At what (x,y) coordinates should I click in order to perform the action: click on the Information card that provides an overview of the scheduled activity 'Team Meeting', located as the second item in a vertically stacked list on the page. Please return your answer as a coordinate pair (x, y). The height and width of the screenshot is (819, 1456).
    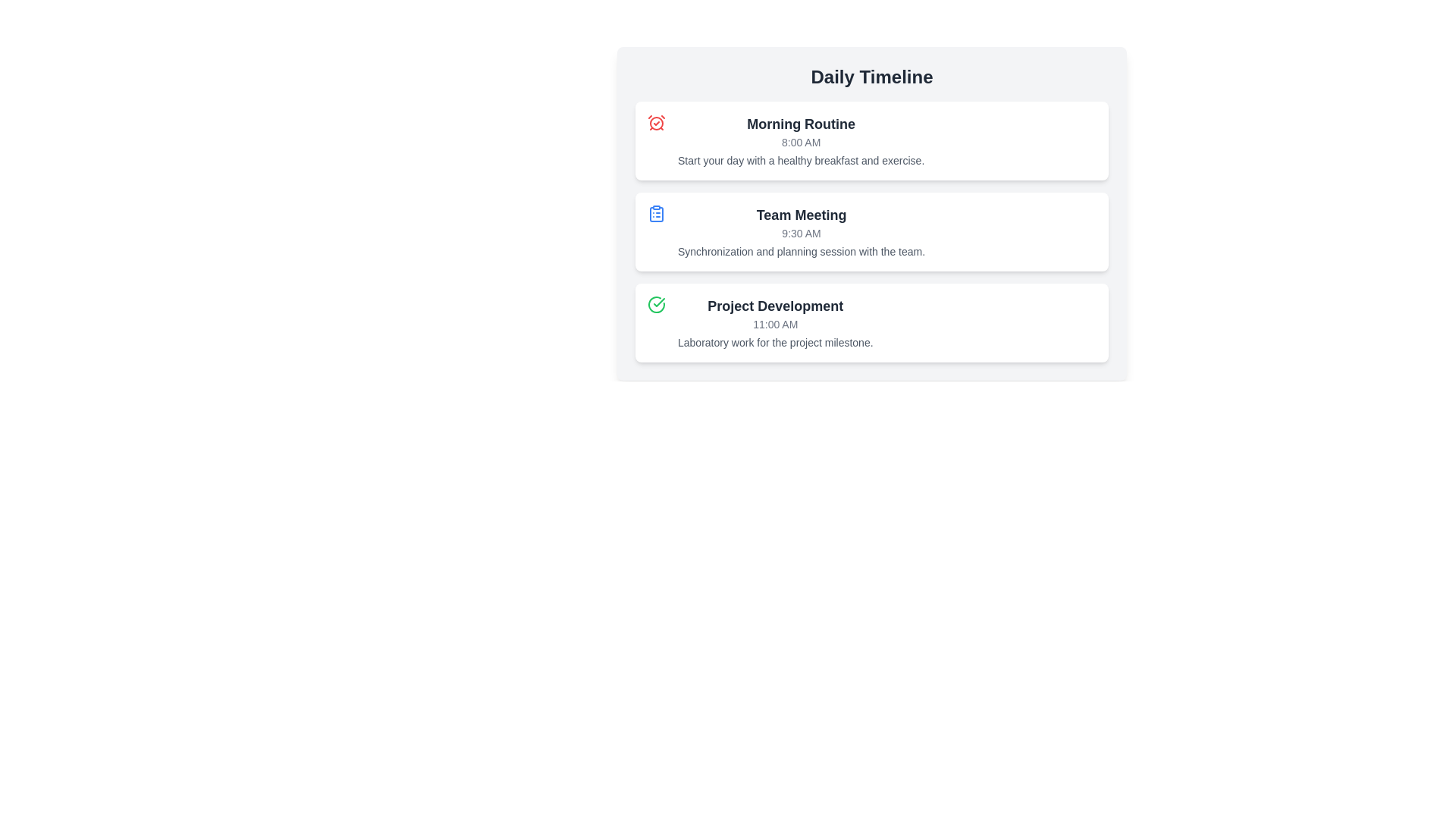
    Looking at the image, I should click on (872, 213).